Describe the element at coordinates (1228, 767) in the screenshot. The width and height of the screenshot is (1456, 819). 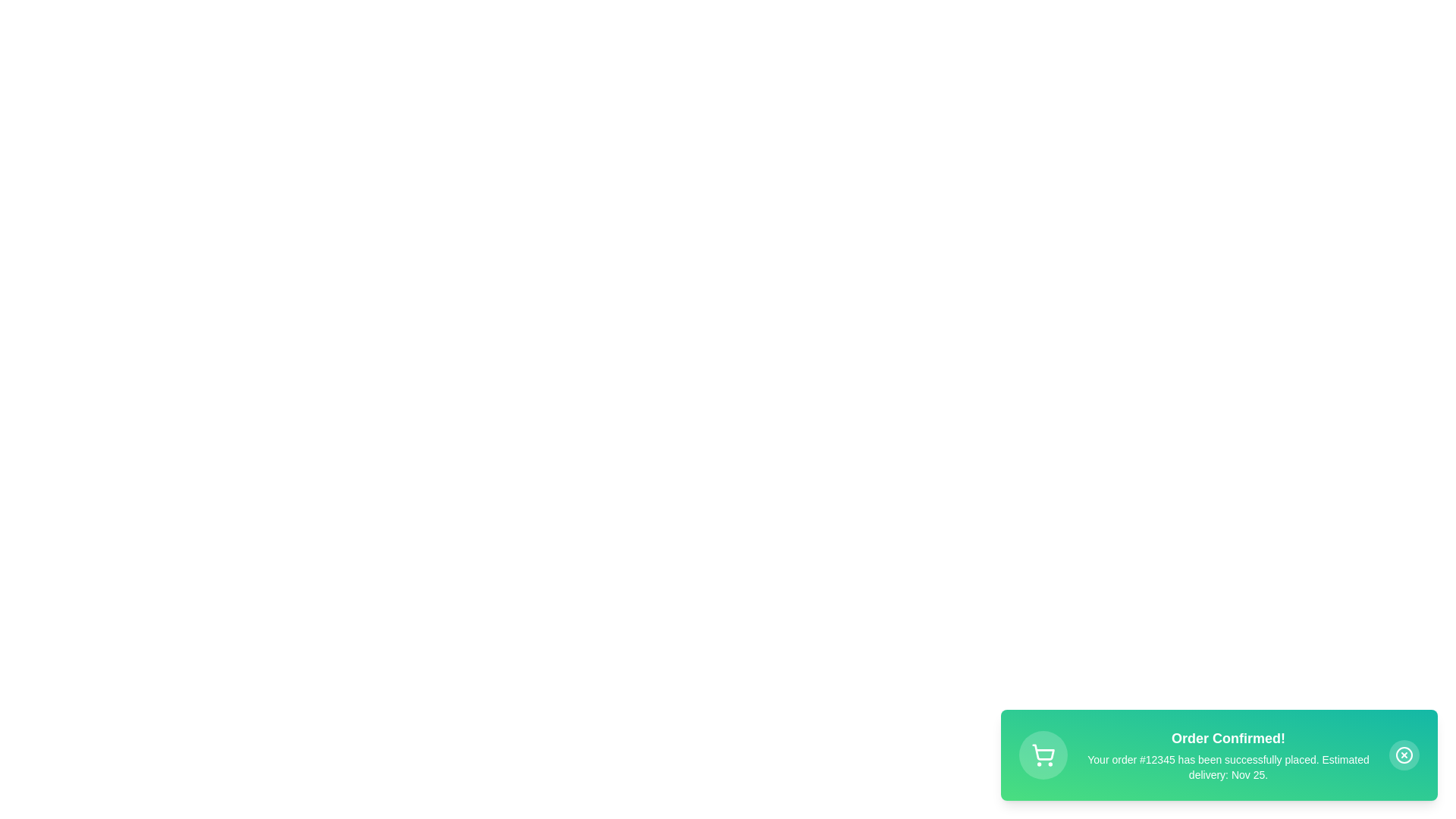
I see `text message displaying the order confirmation, which states: 'Your order #12345 has been successfully placed. Estimated delivery: Nov 25.' This text is located within the green notification card at the bottom-right corner of the interface, below the heading 'Order Confirmed!'` at that location.